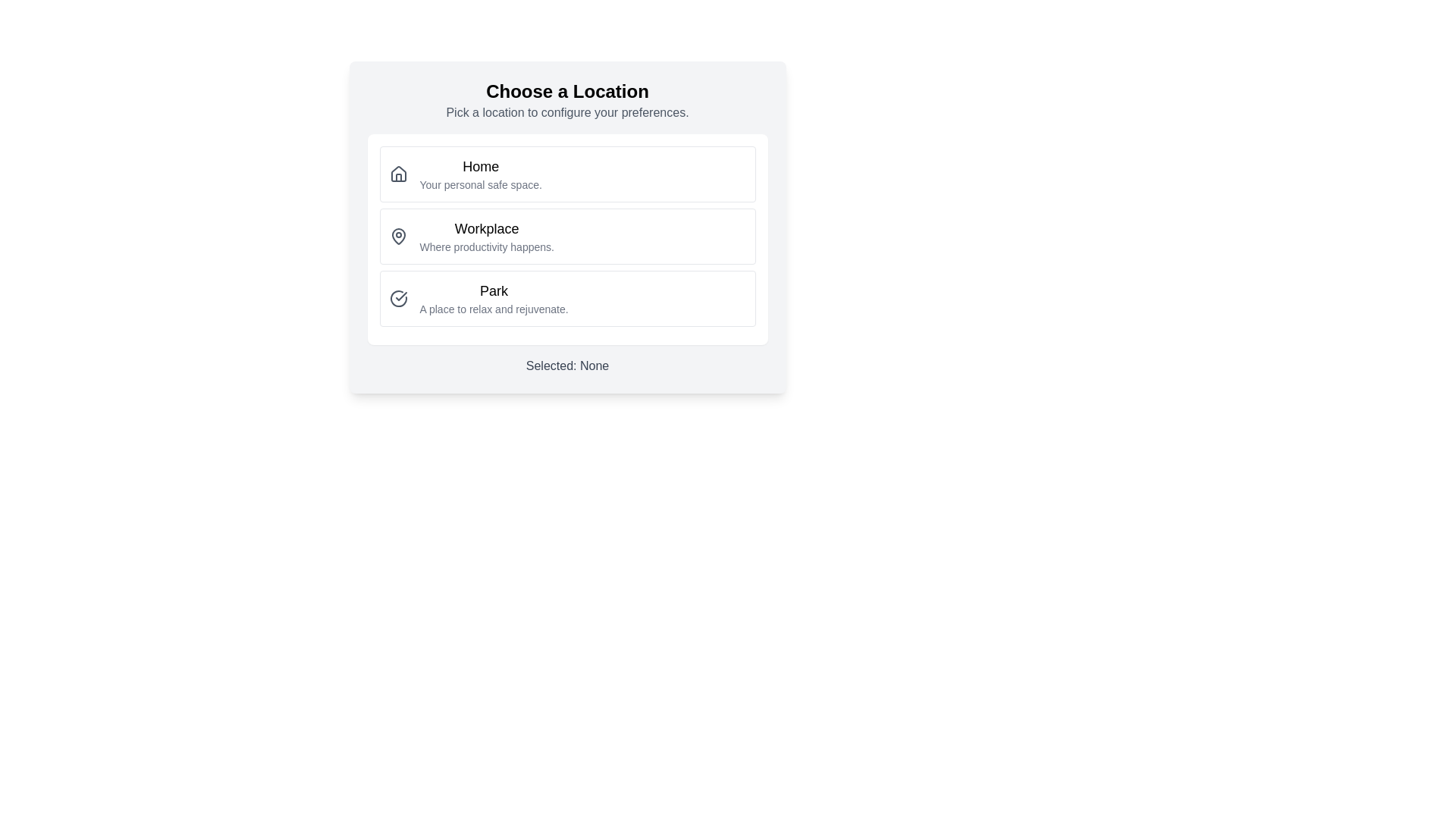 This screenshot has height=819, width=1456. Describe the element at coordinates (487, 228) in the screenshot. I see `the 'Workplace' text label element, which displays 'Workplace' in a bold font, located centrally in the list option for 'Workplace'` at that location.